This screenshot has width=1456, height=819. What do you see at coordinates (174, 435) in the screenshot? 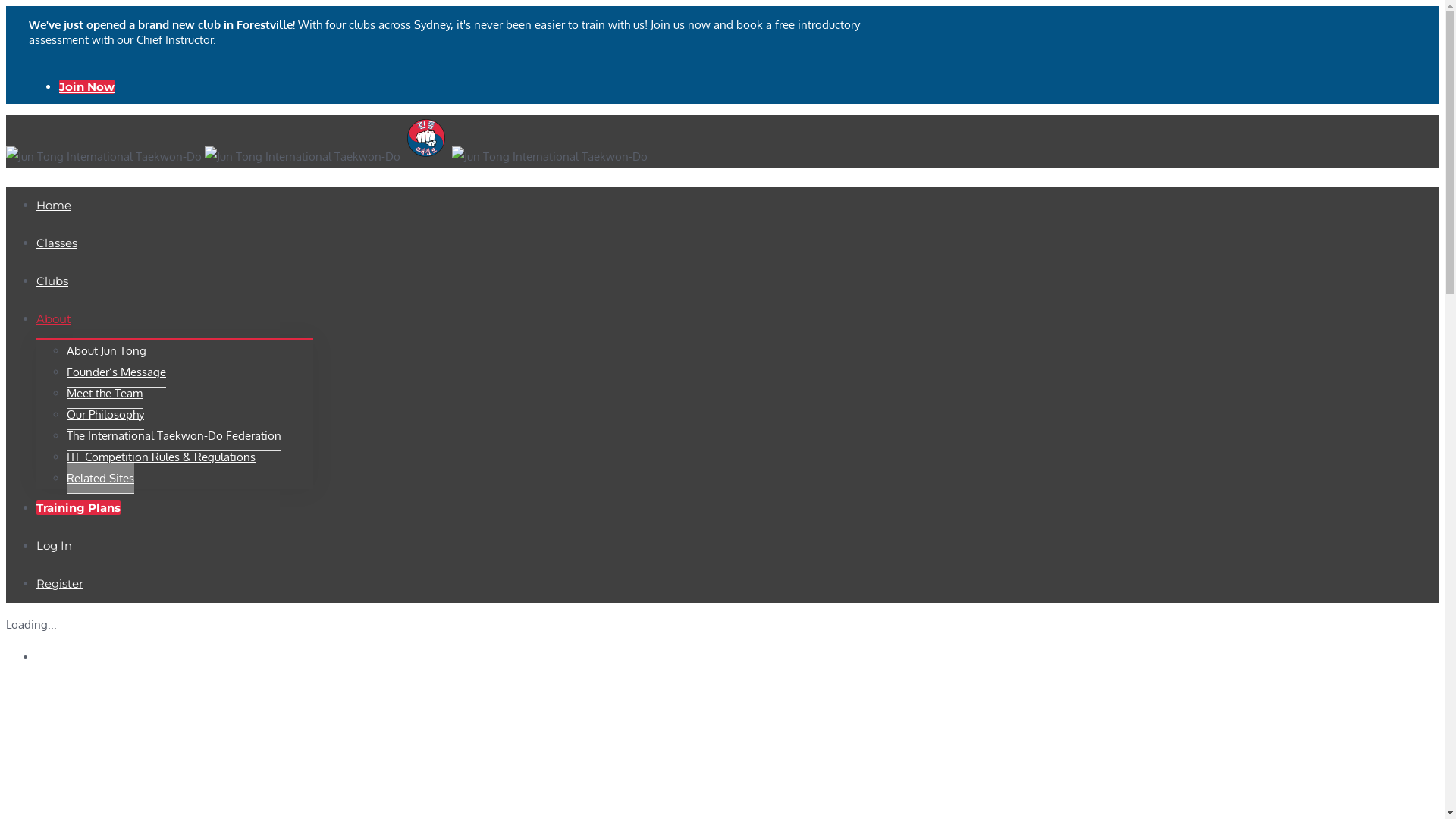
I see `'The International Taekwon-Do Federation'` at bounding box center [174, 435].